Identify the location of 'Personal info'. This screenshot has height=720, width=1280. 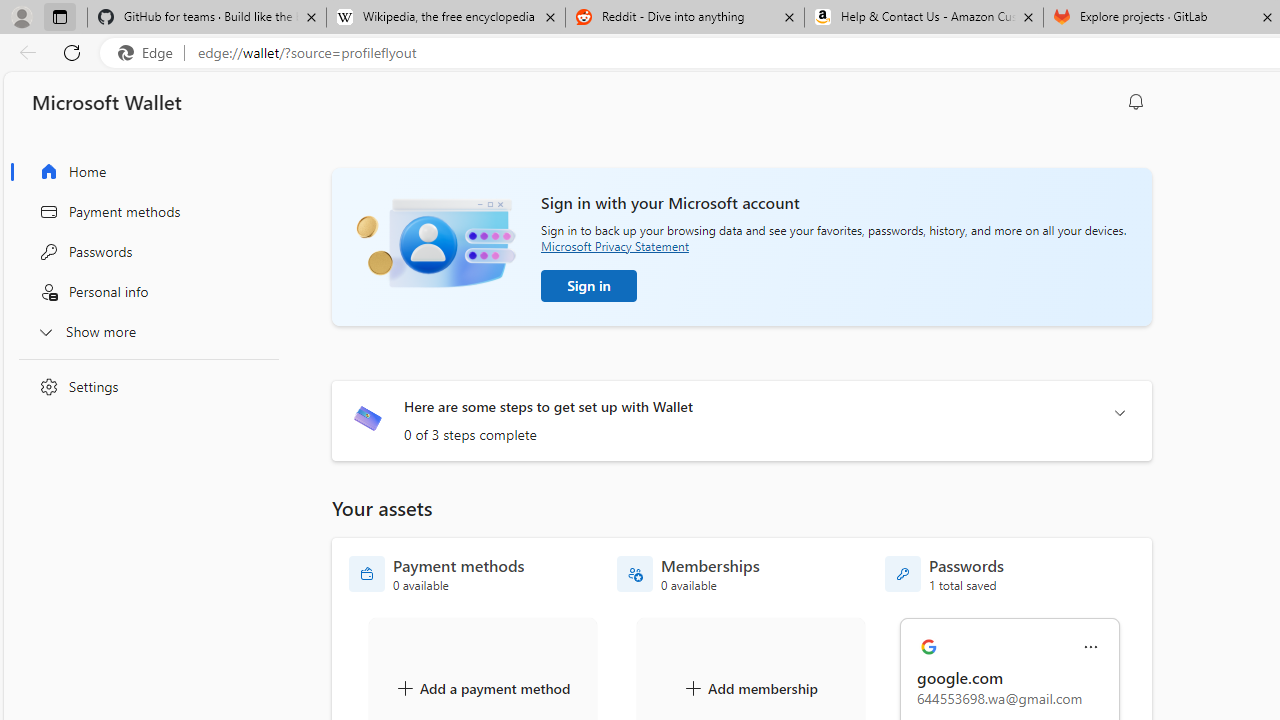
(143, 292).